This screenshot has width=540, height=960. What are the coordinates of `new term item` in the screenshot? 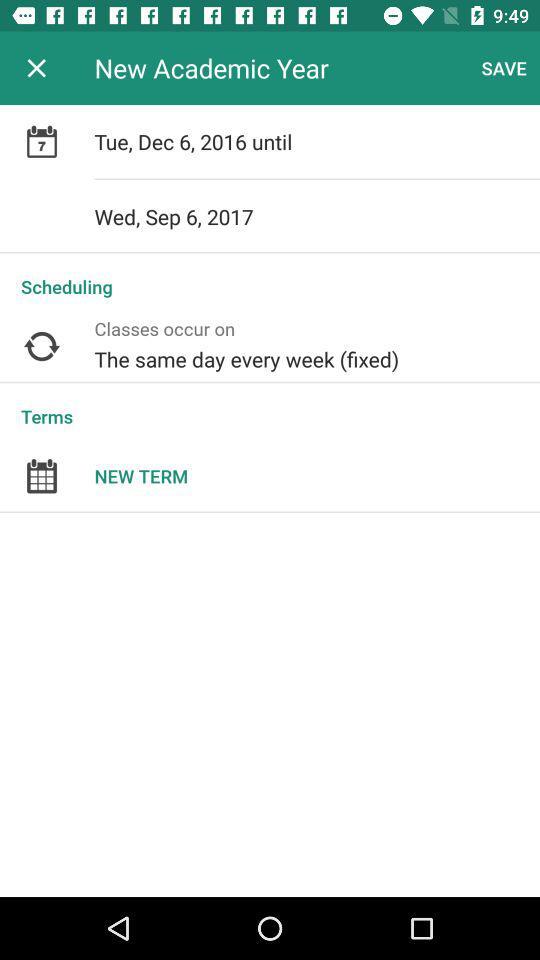 It's located at (317, 476).